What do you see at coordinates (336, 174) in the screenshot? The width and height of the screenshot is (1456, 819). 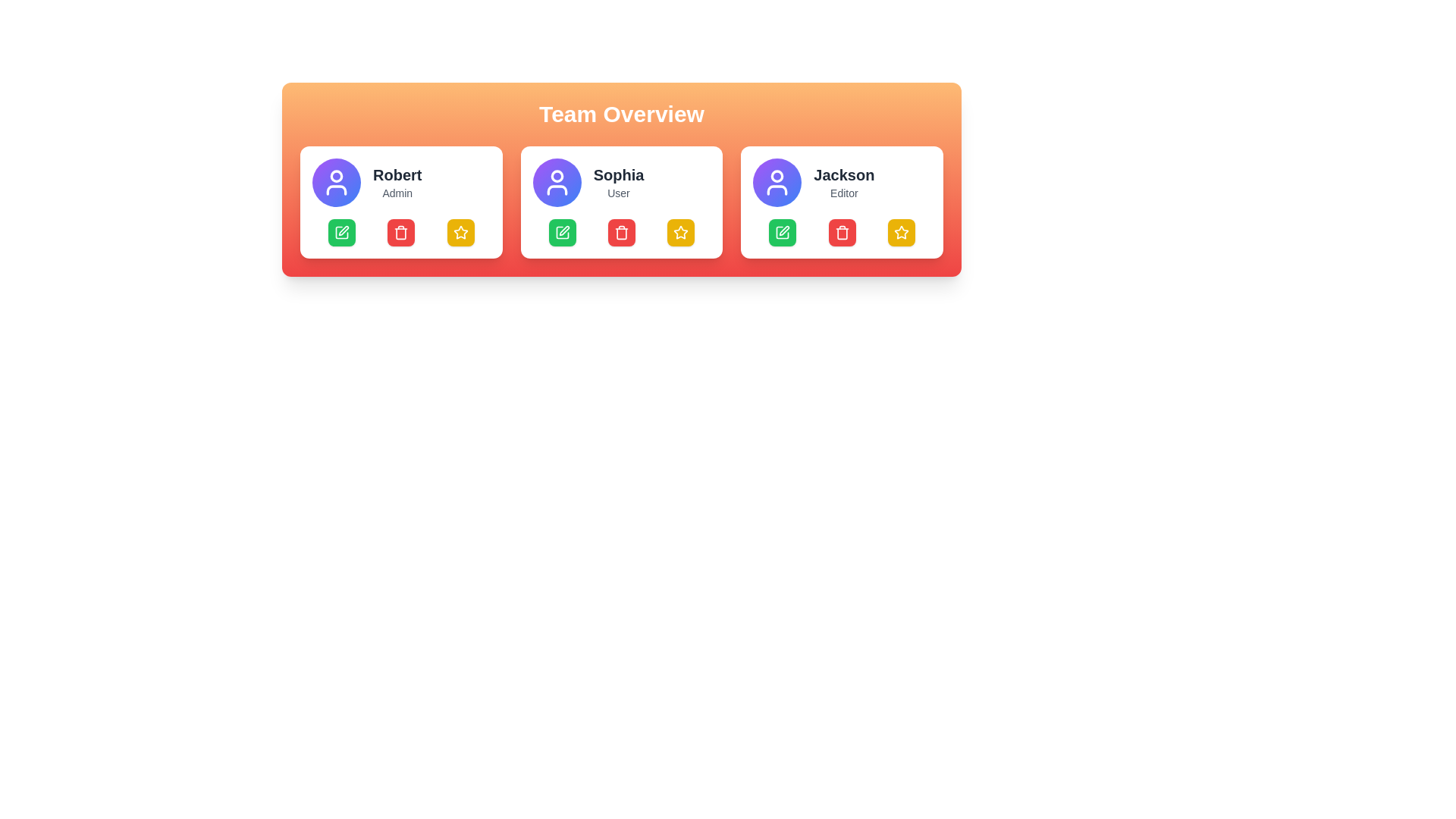 I see `the 'head' portion of the user icon represented by the SVG Circle, located in the top section of the leftmost card in the horizontal team overview layout` at bounding box center [336, 174].